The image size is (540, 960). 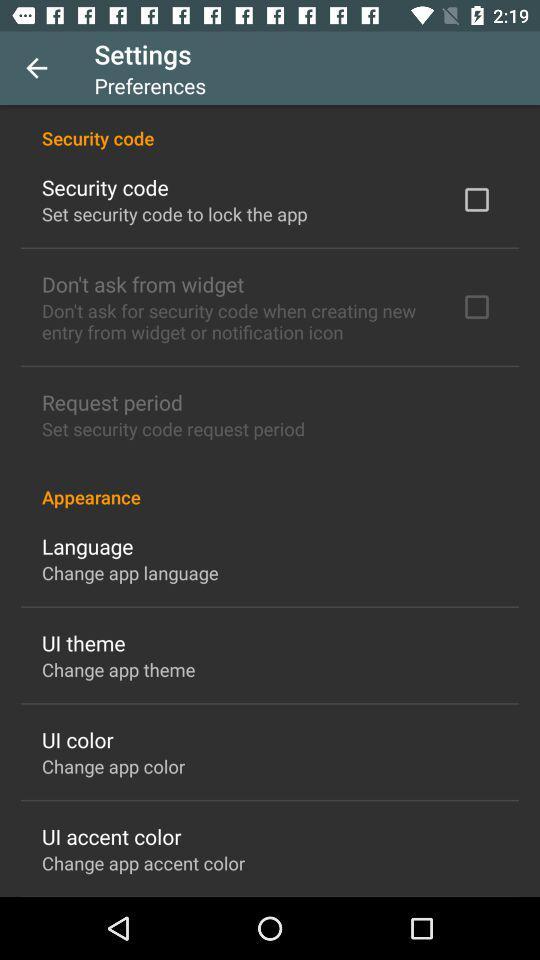 What do you see at coordinates (270, 485) in the screenshot?
I see `appearance item` at bounding box center [270, 485].